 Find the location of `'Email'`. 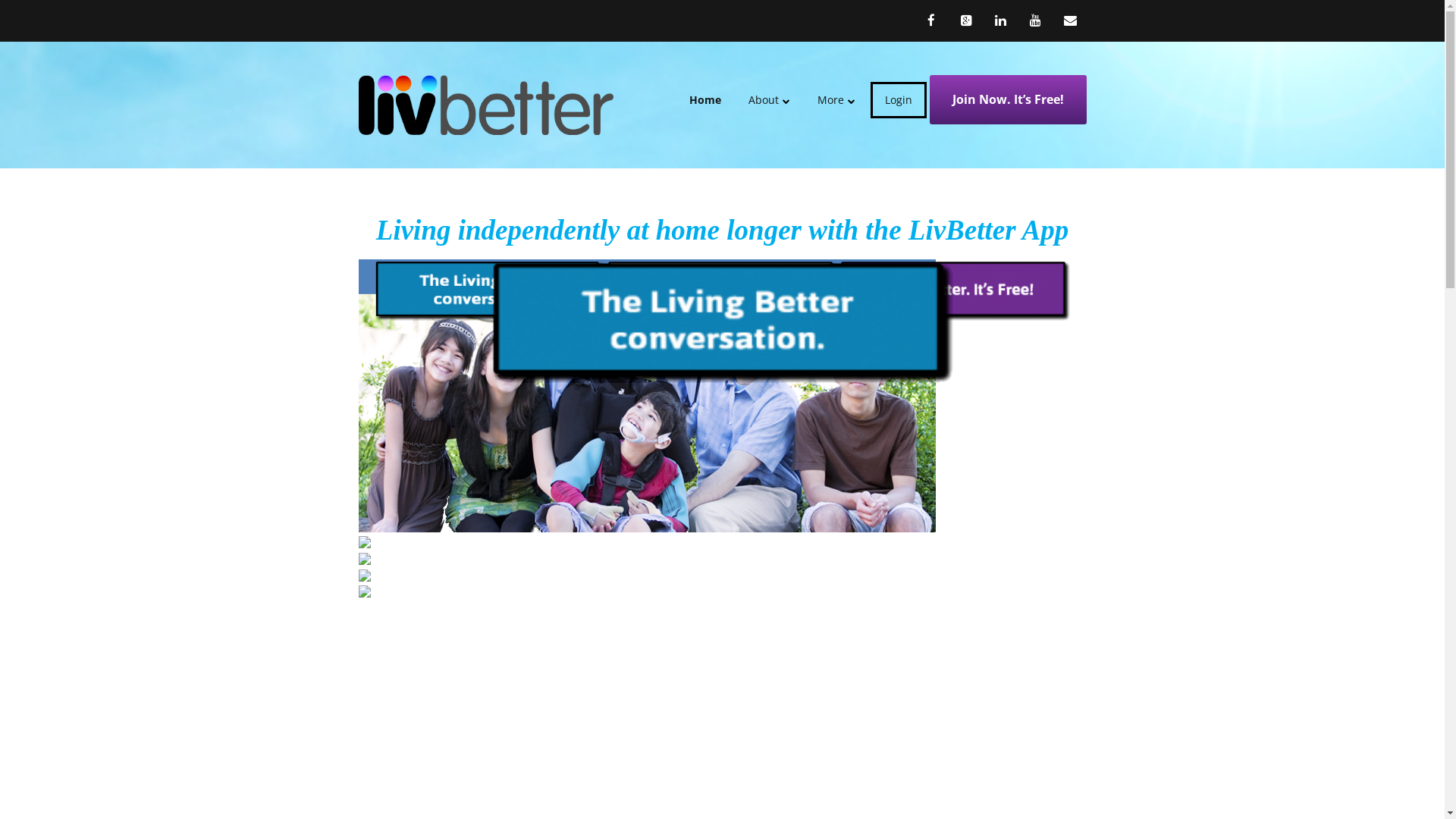

'Email' is located at coordinates (1069, 20).